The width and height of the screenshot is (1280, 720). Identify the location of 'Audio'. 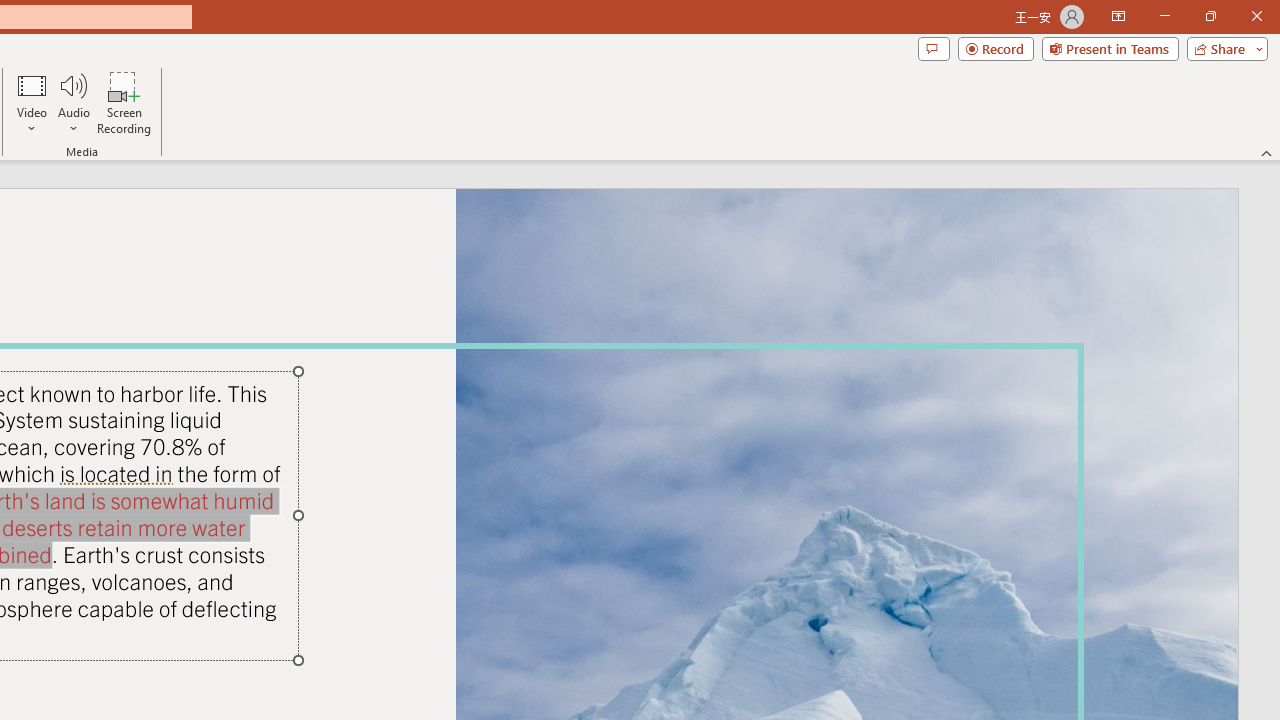
(73, 103).